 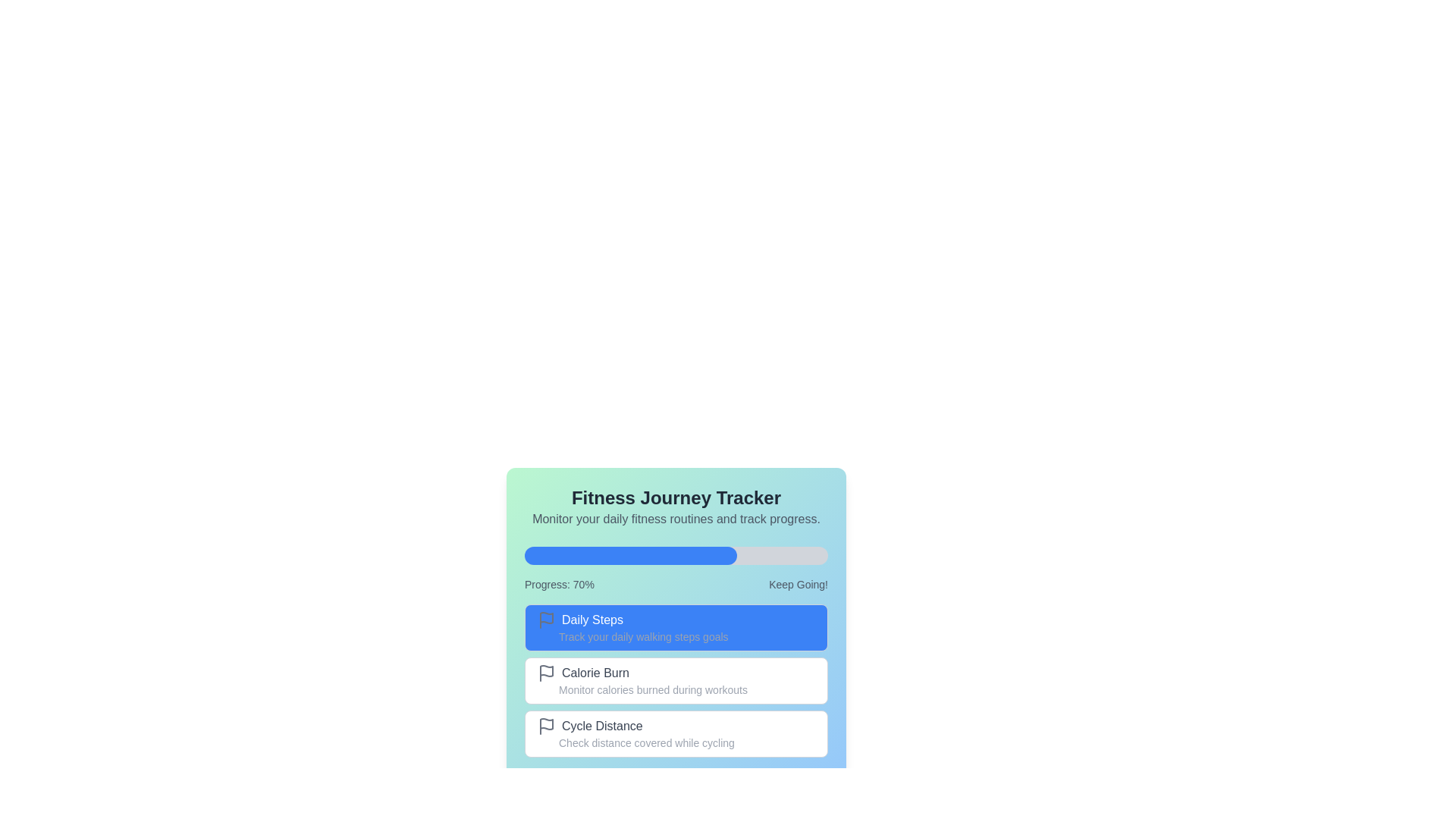 I want to click on text label displaying 'Daily Steps', which is located in the middle left of a blue rectangular background, so click(x=591, y=620).